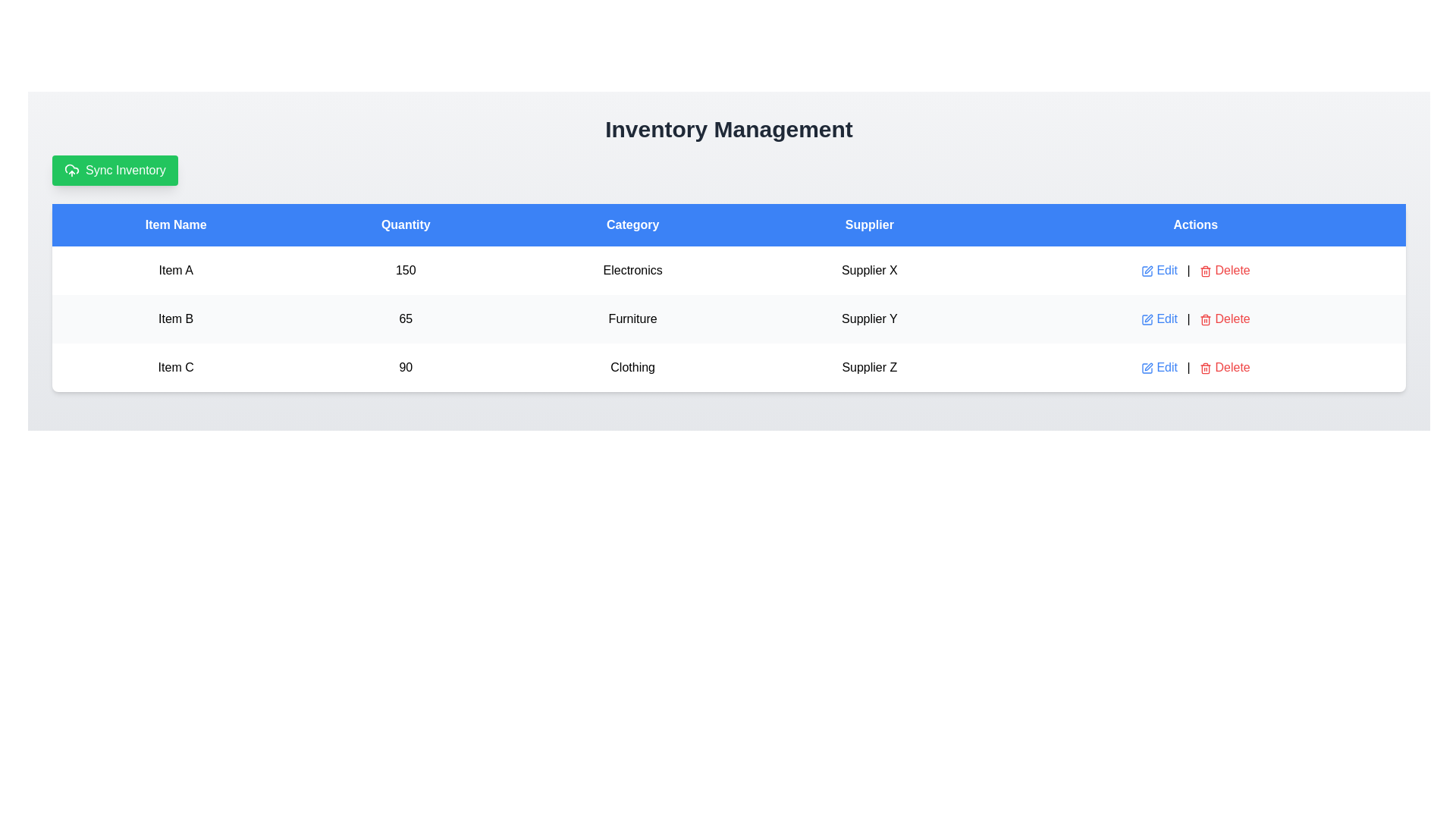 The height and width of the screenshot is (819, 1456). What do you see at coordinates (176, 318) in the screenshot?
I see `the text label displaying 'Item B' in the first cell of the second row under the 'Item Name' column` at bounding box center [176, 318].